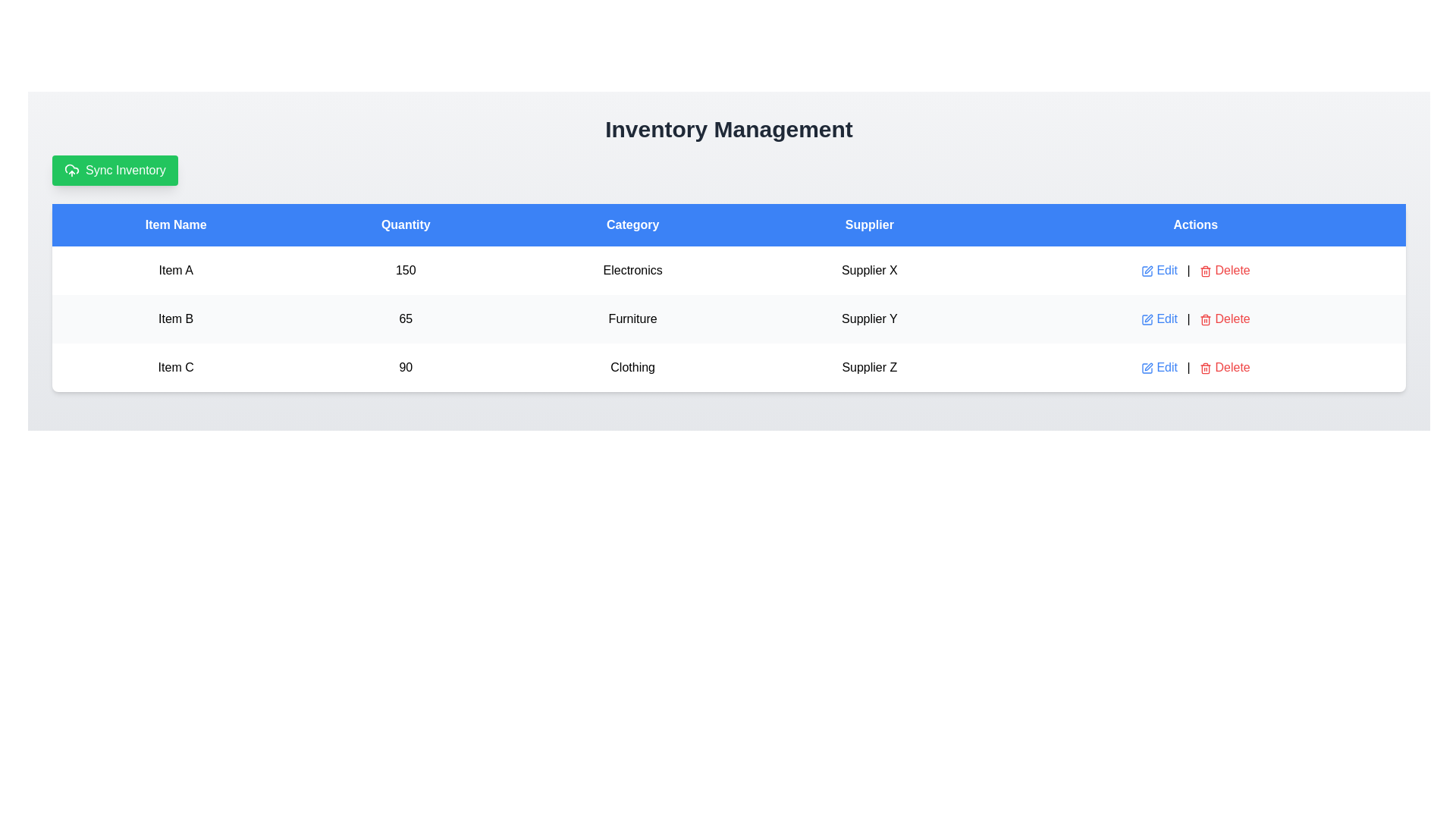 The height and width of the screenshot is (819, 1456). What do you see at coordinates (176, 318) in the screenshot?
I see `the text label displaying 'Item B' in the first cell of the second row under the 'Item Name' column` at bounding box center [176, 318].